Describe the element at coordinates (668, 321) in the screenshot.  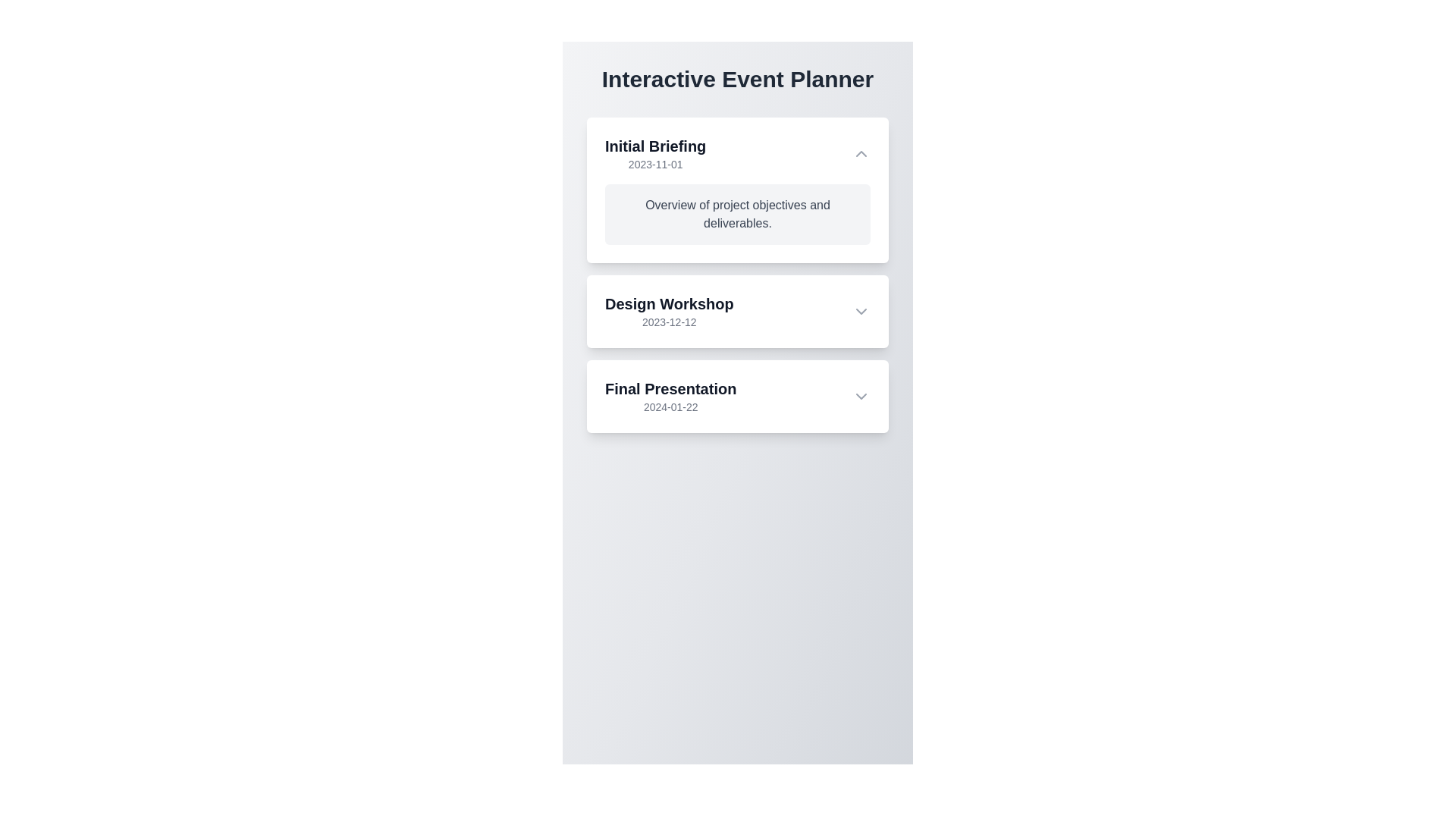
I see `date text '2023-12-12' located directly below the title 'Design Workshop' in the second card of the vertically-stacked list` at that location.